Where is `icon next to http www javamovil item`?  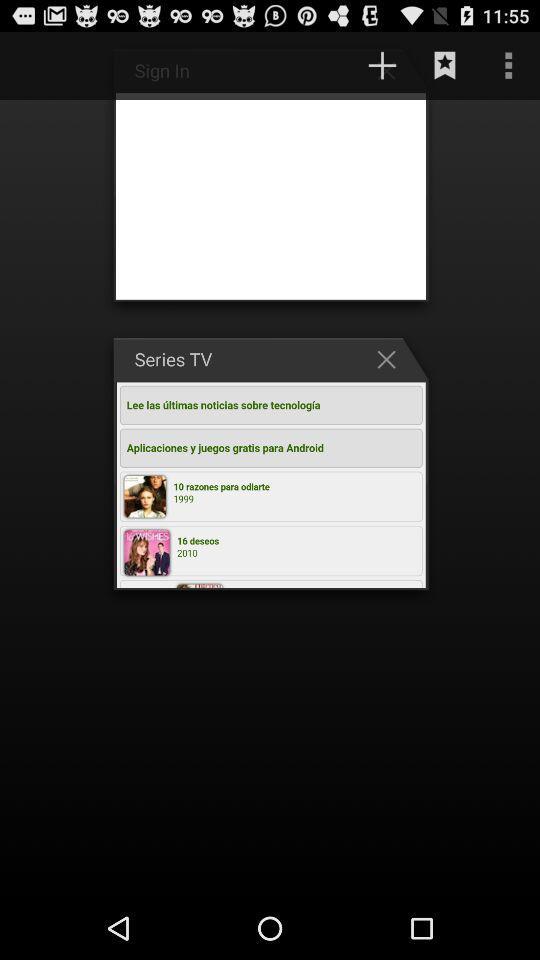
icon next to http www javamovil item is located at coordinates (41, 65).